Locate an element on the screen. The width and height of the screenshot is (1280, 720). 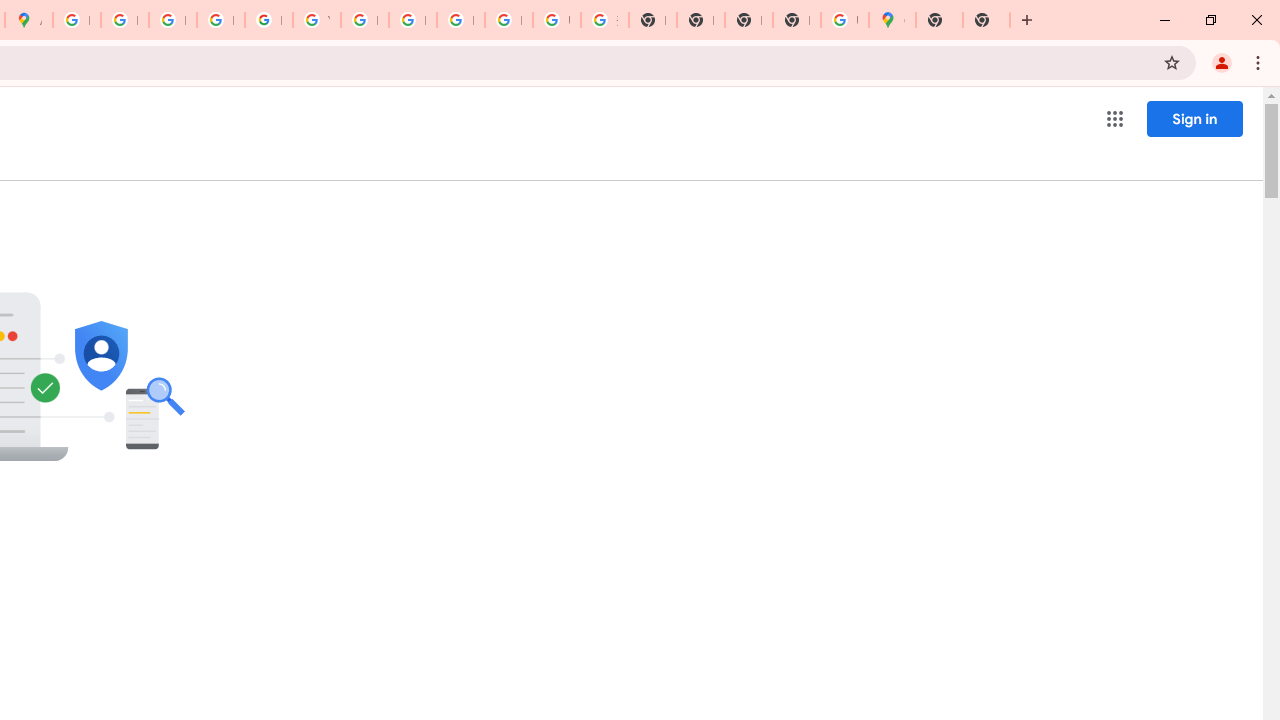
'Policy Accountability and Transparency - Transparency Center' is located at coordinates (76, 20).